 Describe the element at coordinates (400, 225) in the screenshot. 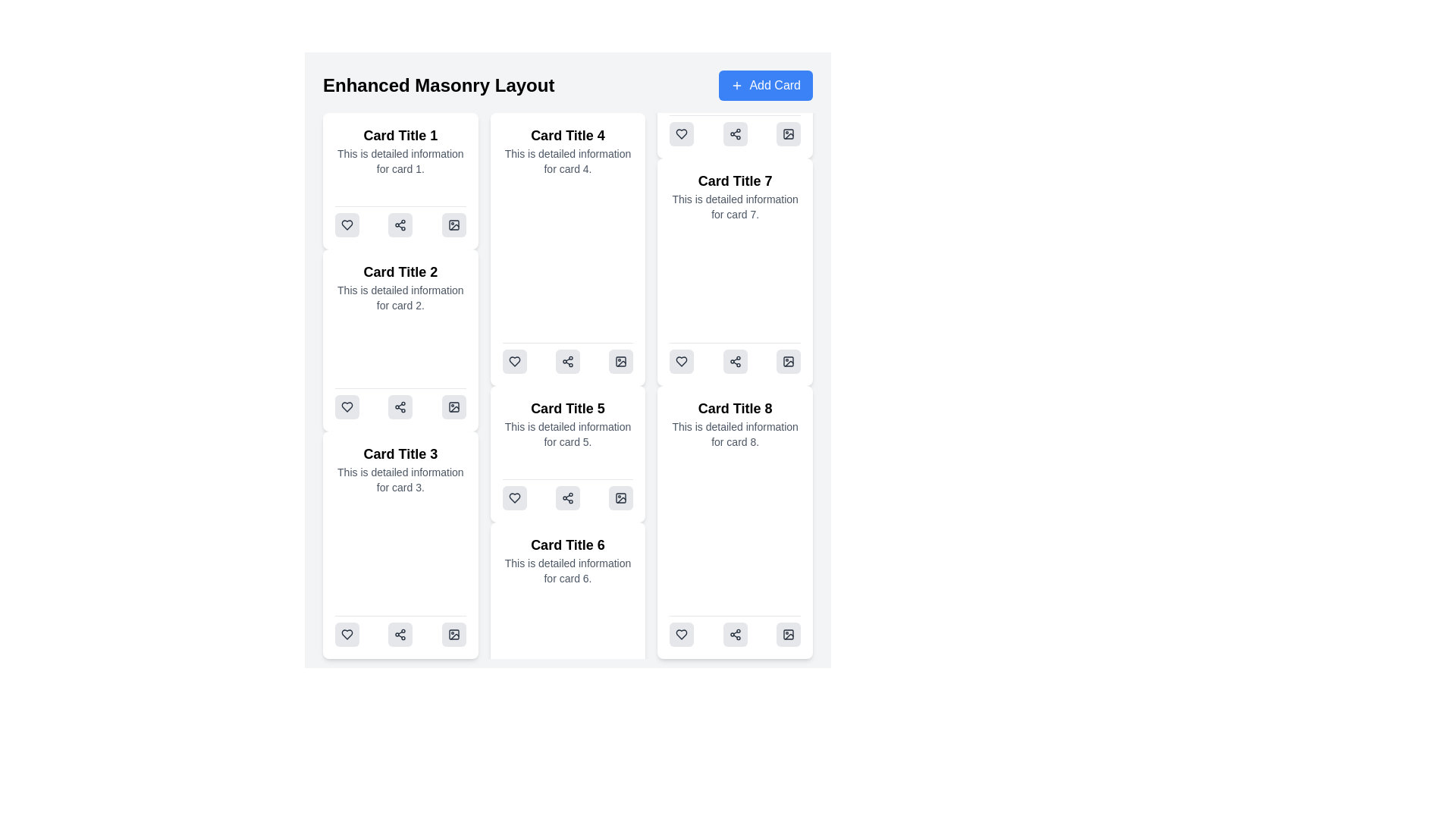

I see `the rounded rectangular button with a light gray background and a darker gray share icon located at the center of the bottom section of 'Card Title 1'` at that location.